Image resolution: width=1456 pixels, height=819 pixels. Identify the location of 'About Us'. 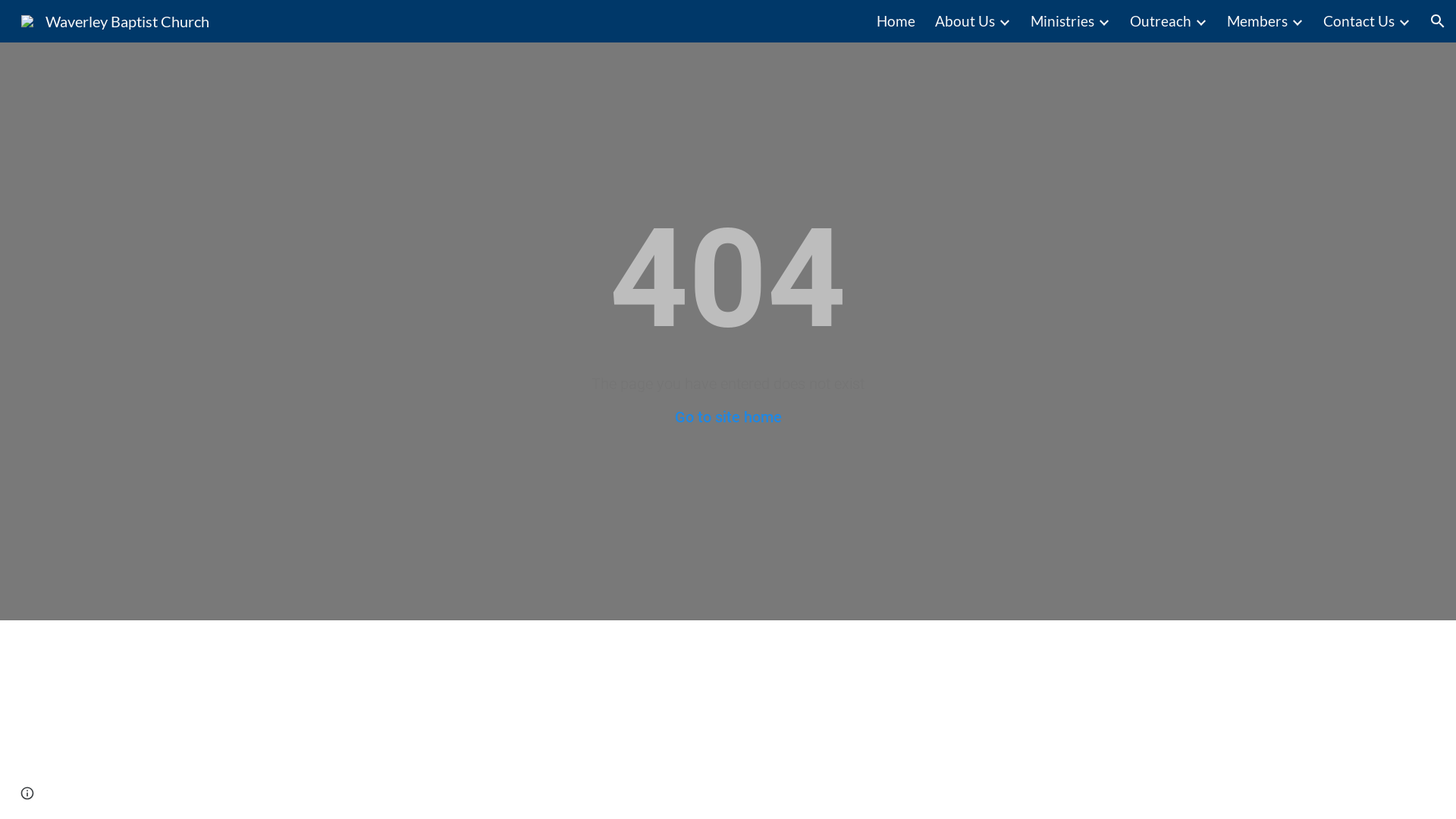
(964, 20).